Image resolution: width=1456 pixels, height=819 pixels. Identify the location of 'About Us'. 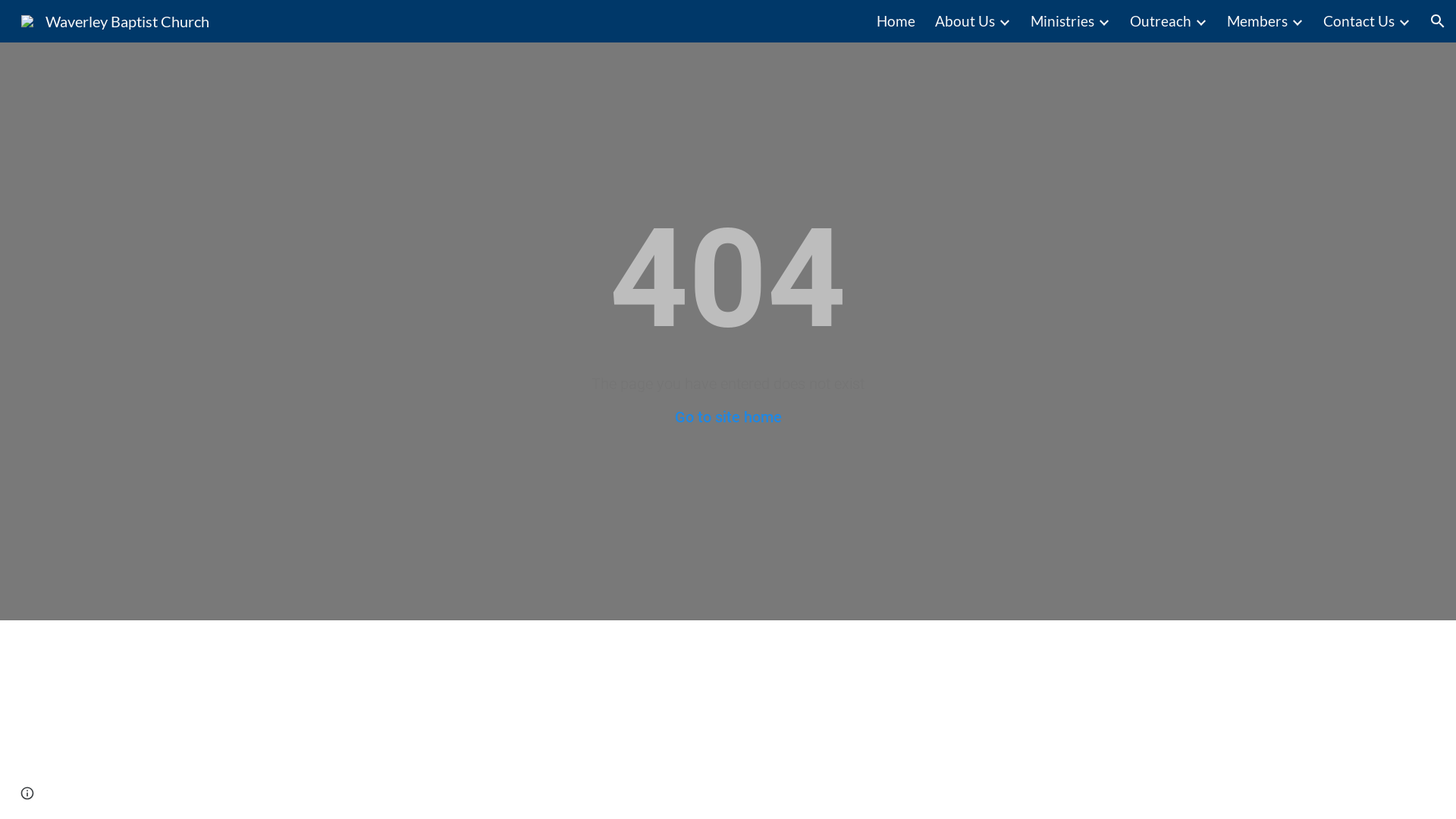
(964, 20).